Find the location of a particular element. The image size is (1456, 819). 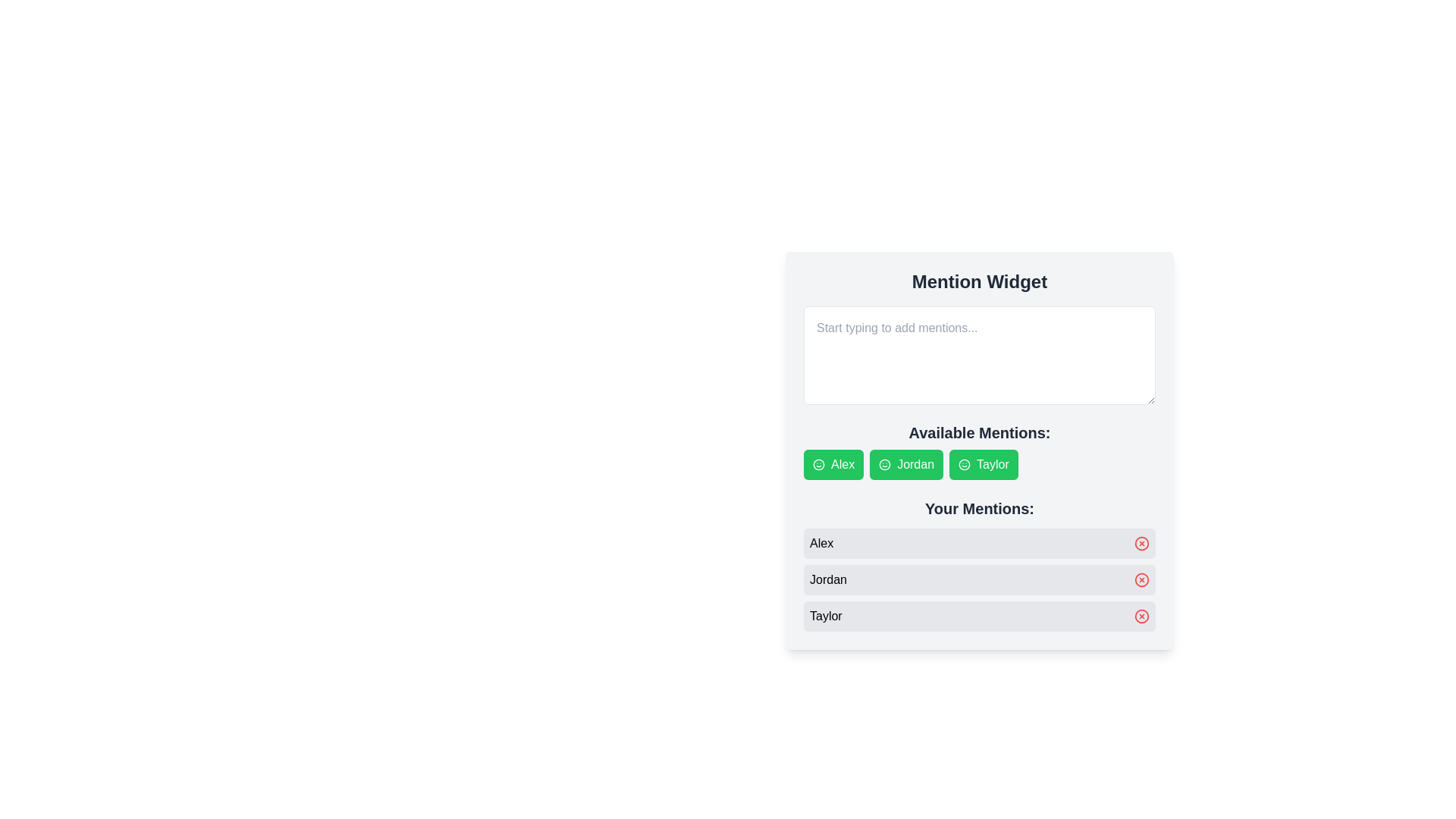

the delete button for the mention entry labeled 'Taylor' is located at coordinates (1142, 617).